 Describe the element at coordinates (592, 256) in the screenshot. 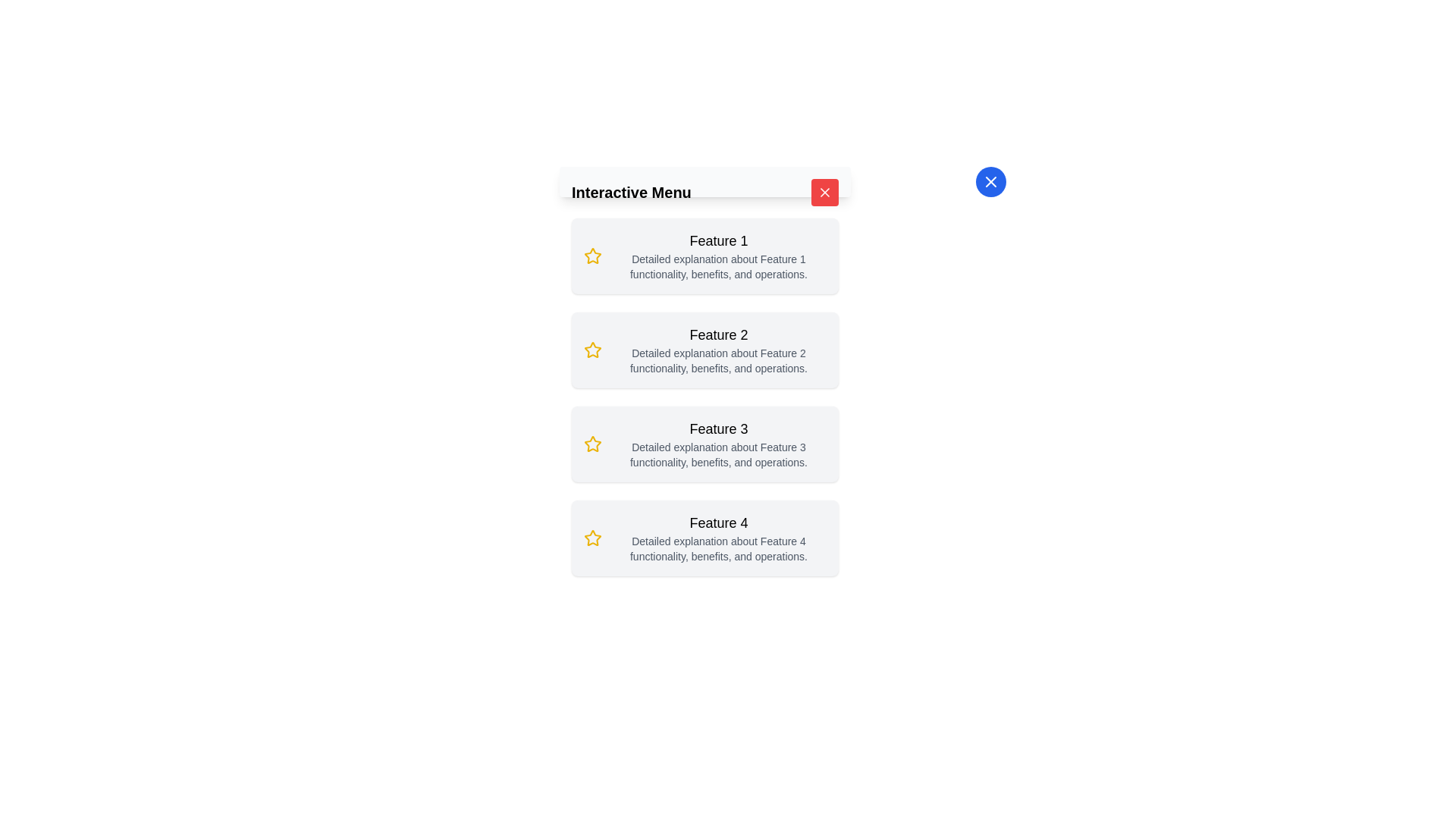

I see `the icon located in the first feature card next to the title 'Feature 1'` at that location.